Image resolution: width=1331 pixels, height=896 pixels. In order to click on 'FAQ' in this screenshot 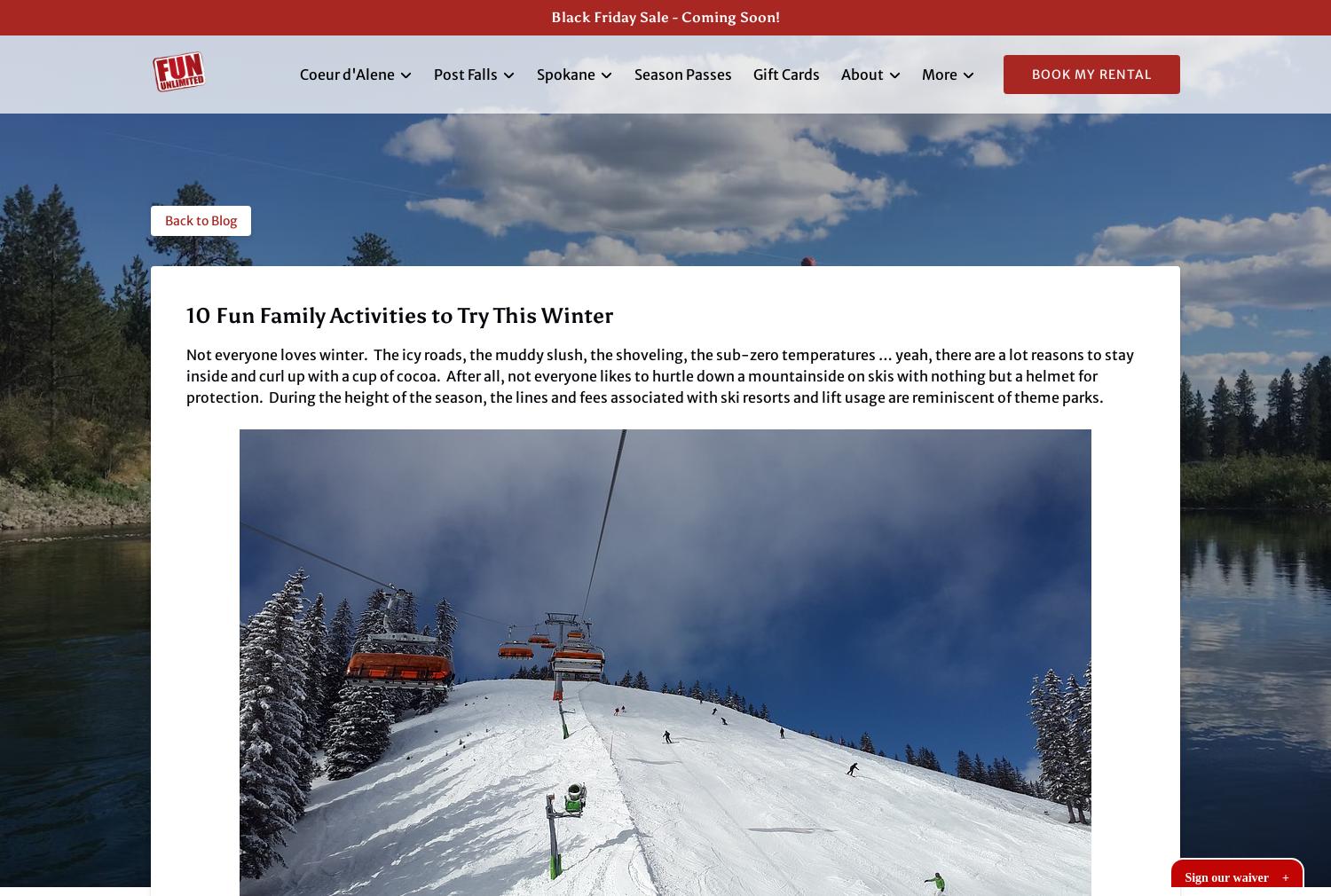, I will do `click(865, 157)`.